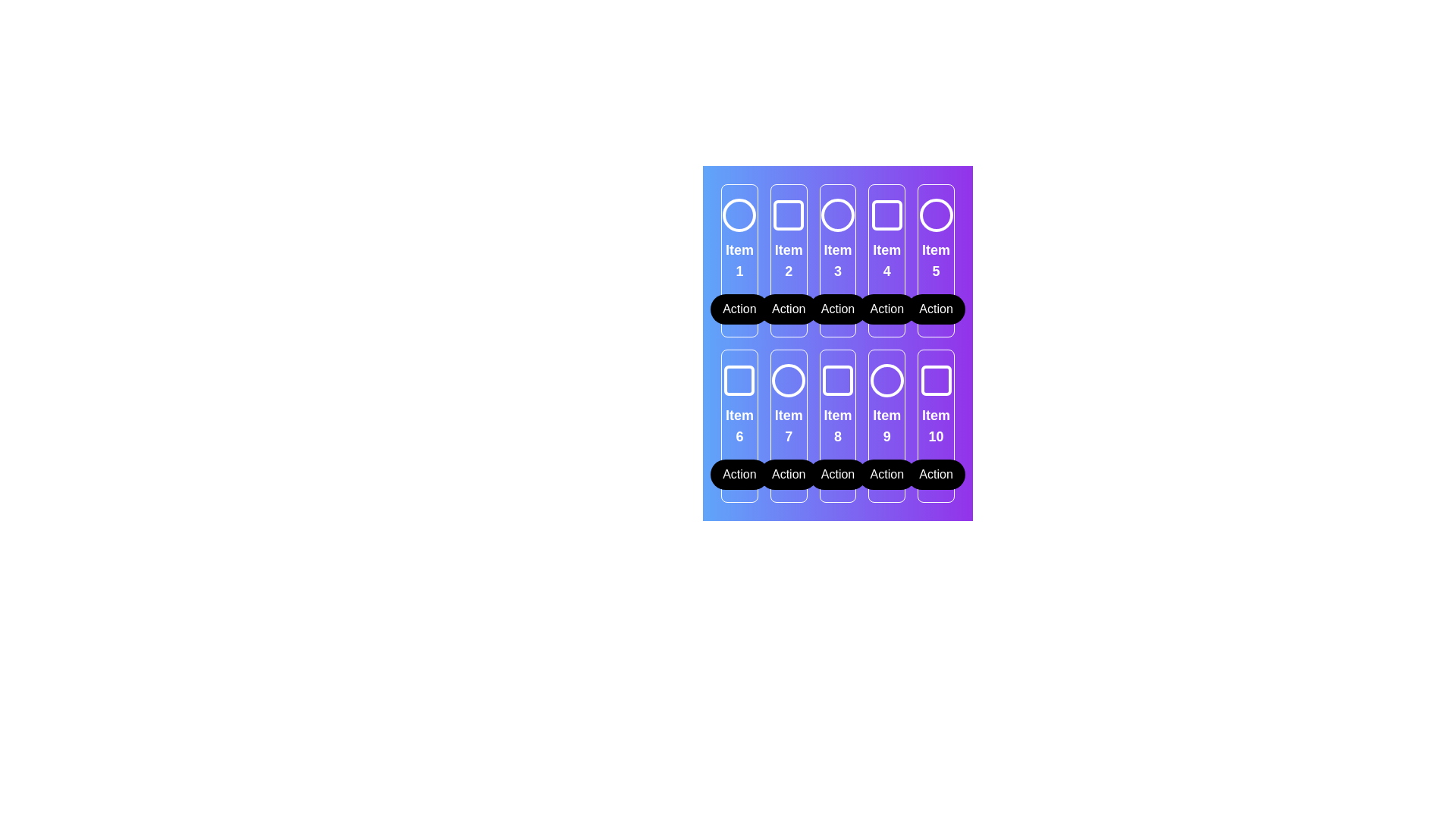 The width and height of the screenshot is (1456, 819). Describe the element at coordinates (935, 473) in the screenshot. I see `the 'Action' button, a black rounded rectangular button with white text, located at the bottom of the 'Item 10' panel` at that location.